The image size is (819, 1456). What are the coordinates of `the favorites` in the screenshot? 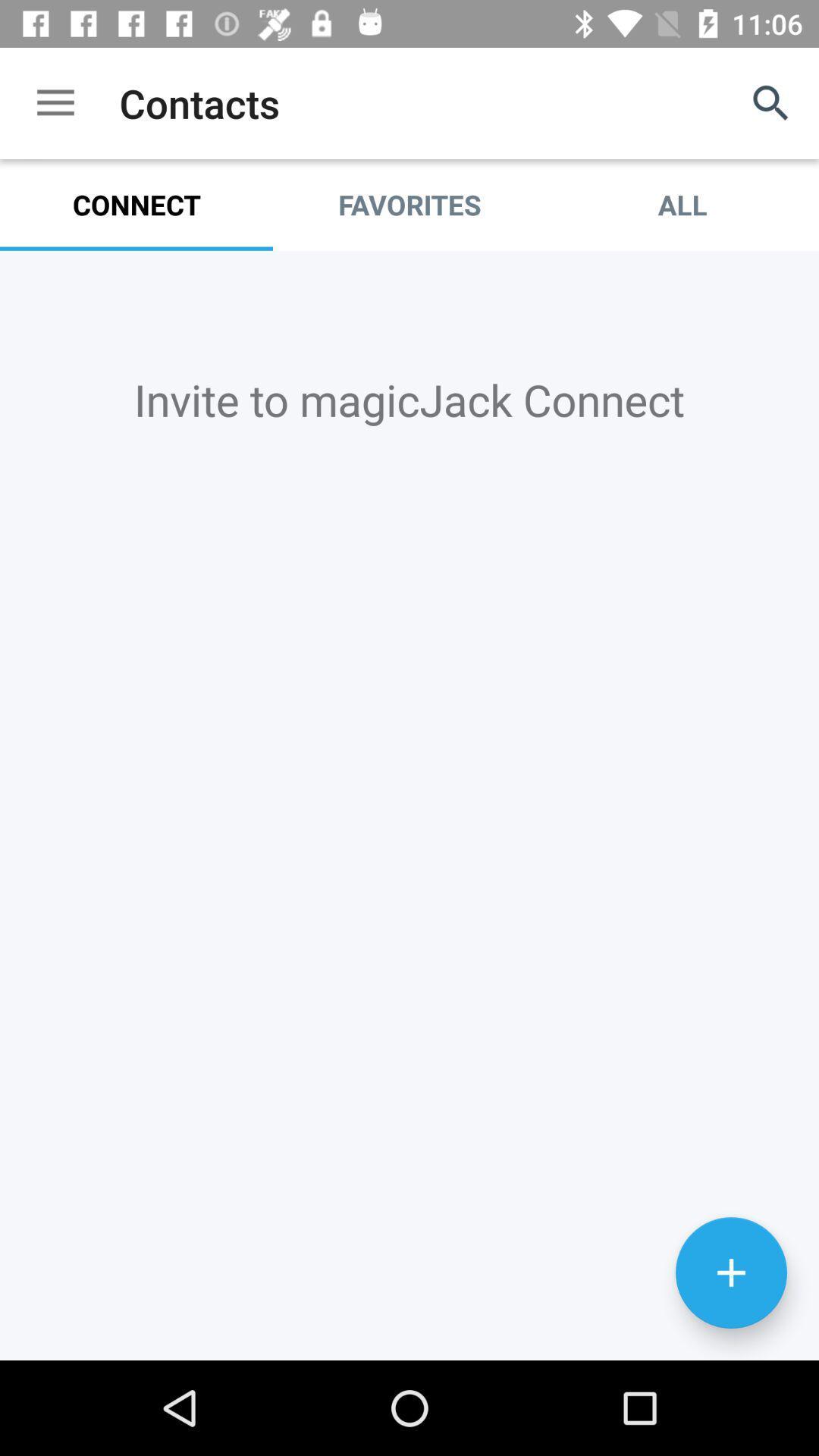 It's located at (409, 204).